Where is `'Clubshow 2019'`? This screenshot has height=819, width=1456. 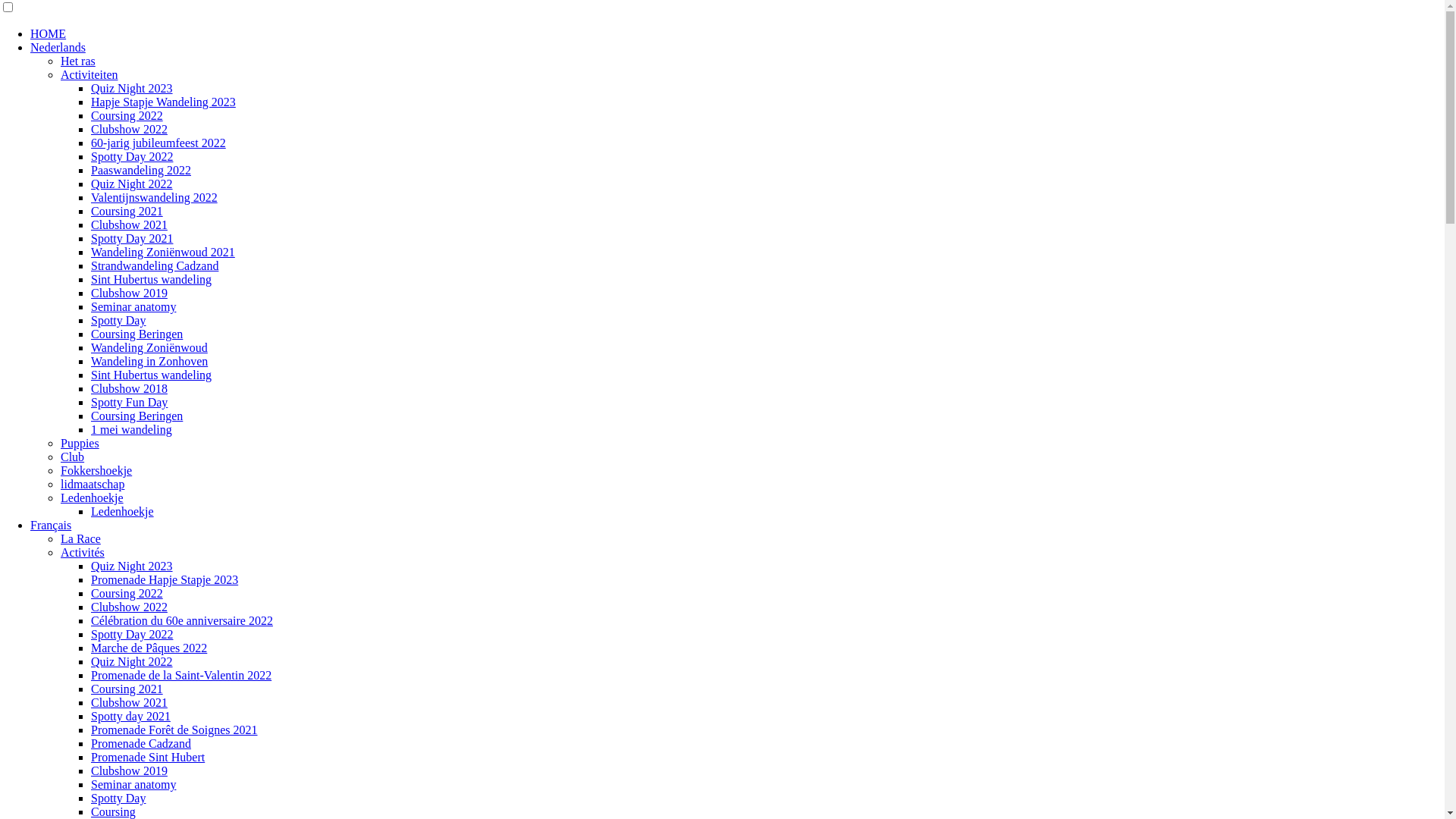 'Clubshow 2019' is located at coordinates (129, 770).